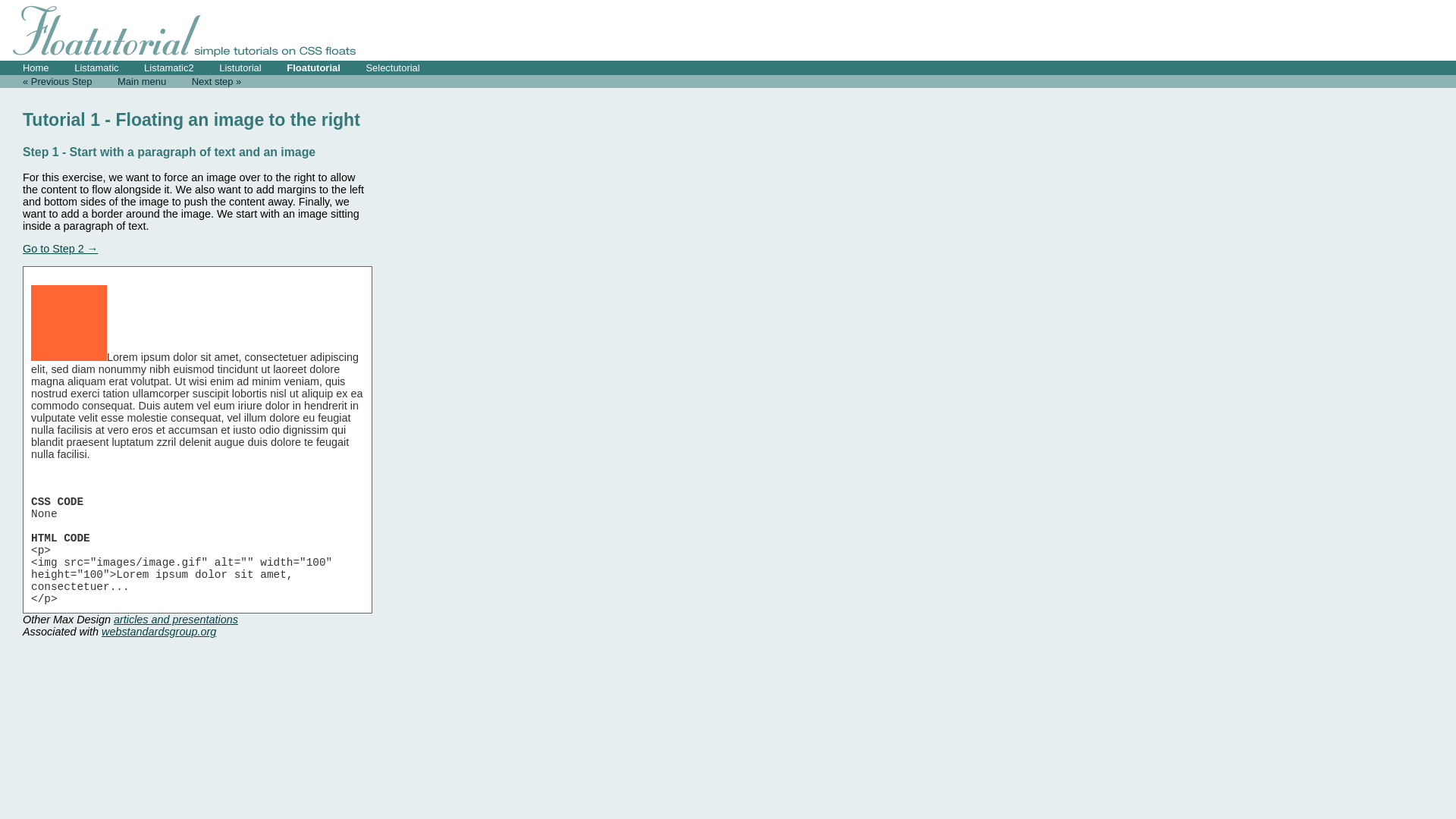  Describe the element at coordinates (239, 67) in the screenshot. I see `'Listutorial'` at that location.